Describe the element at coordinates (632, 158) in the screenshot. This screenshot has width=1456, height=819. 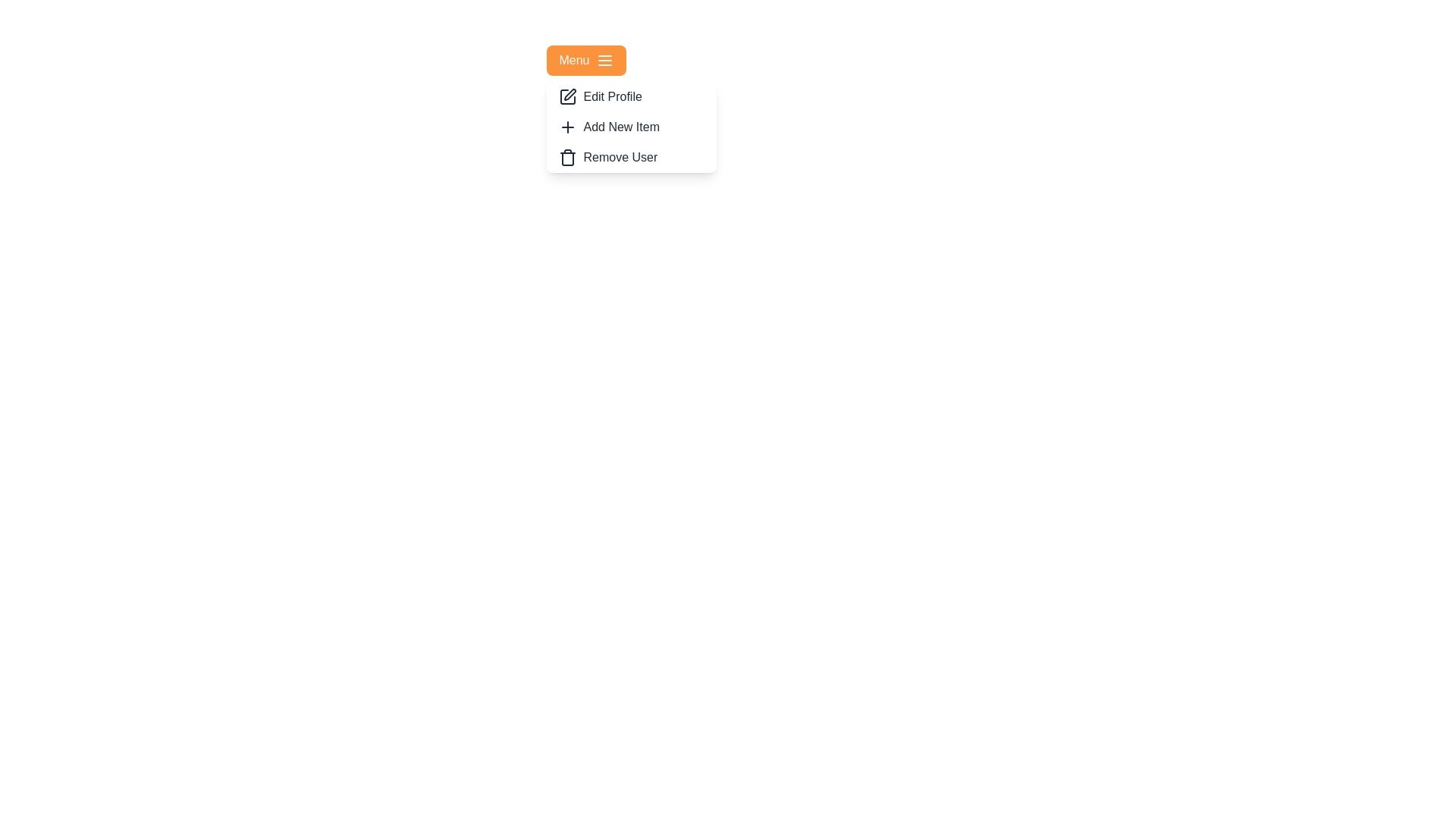
I see `the menu item Remove User to reveal its hover effect` at that location.